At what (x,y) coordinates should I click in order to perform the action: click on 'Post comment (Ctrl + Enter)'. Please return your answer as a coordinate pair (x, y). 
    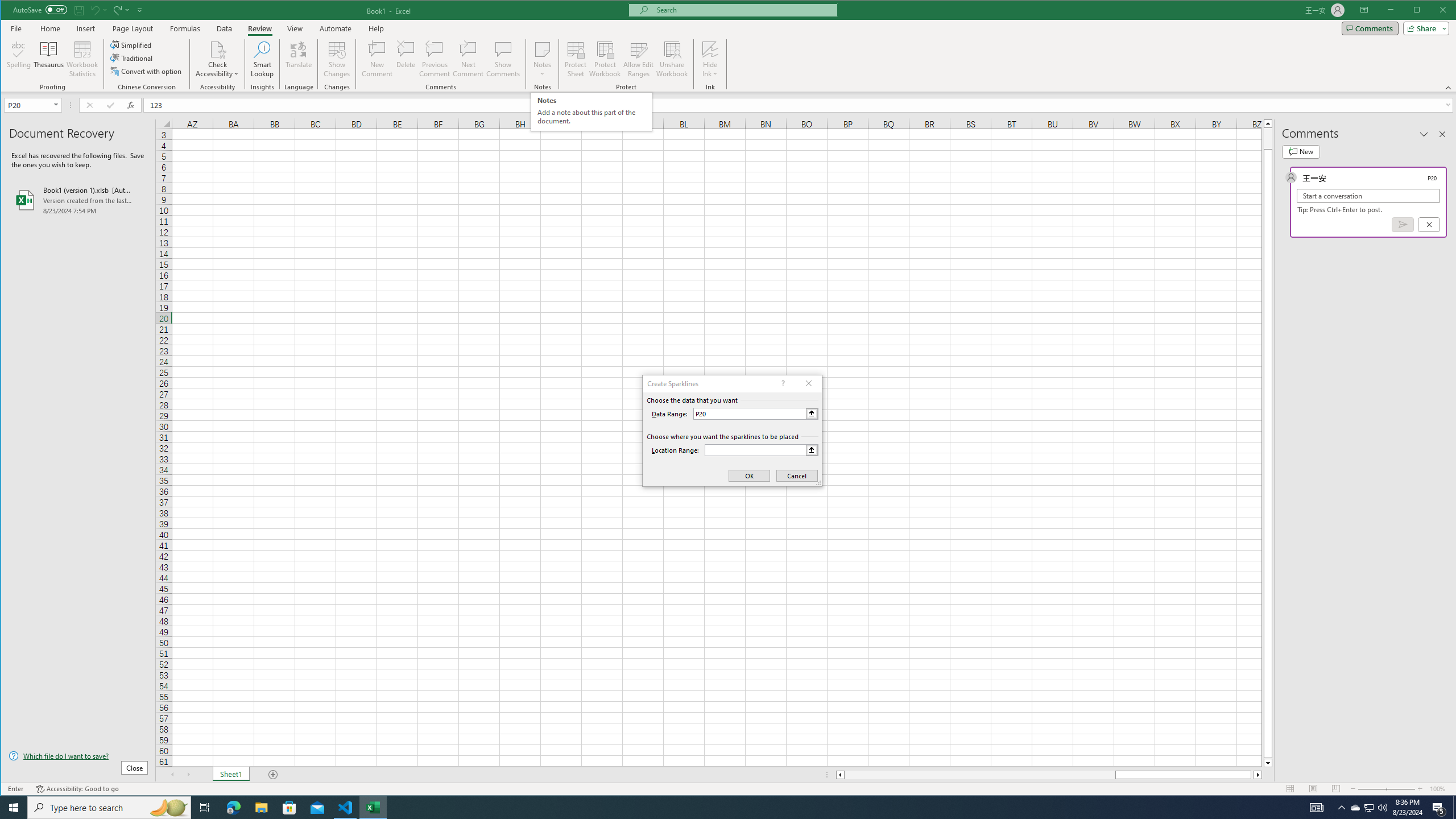
    Looking at the image, I should click on (1403, 224).